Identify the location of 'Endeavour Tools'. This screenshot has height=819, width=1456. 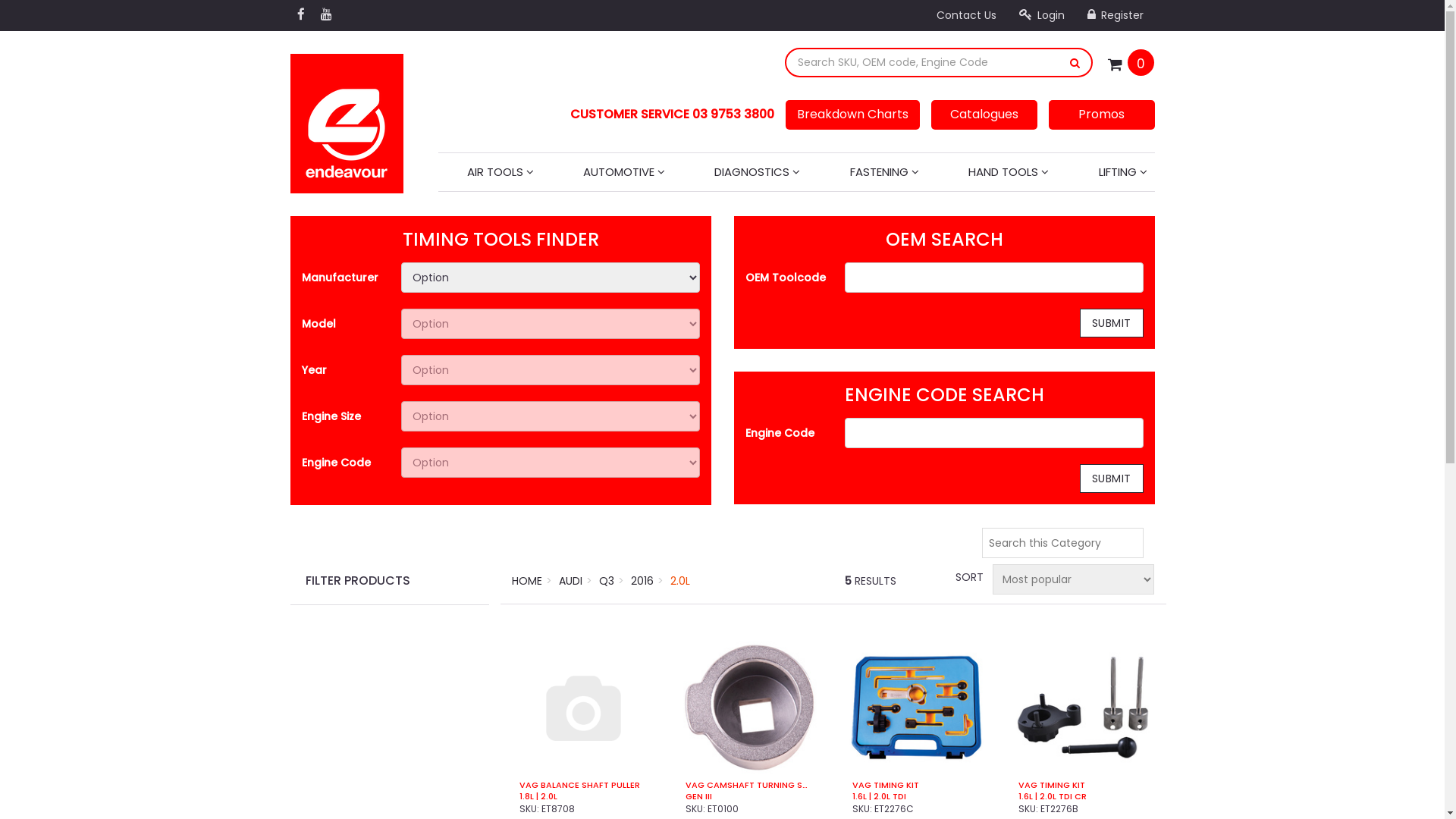
(345, 118).